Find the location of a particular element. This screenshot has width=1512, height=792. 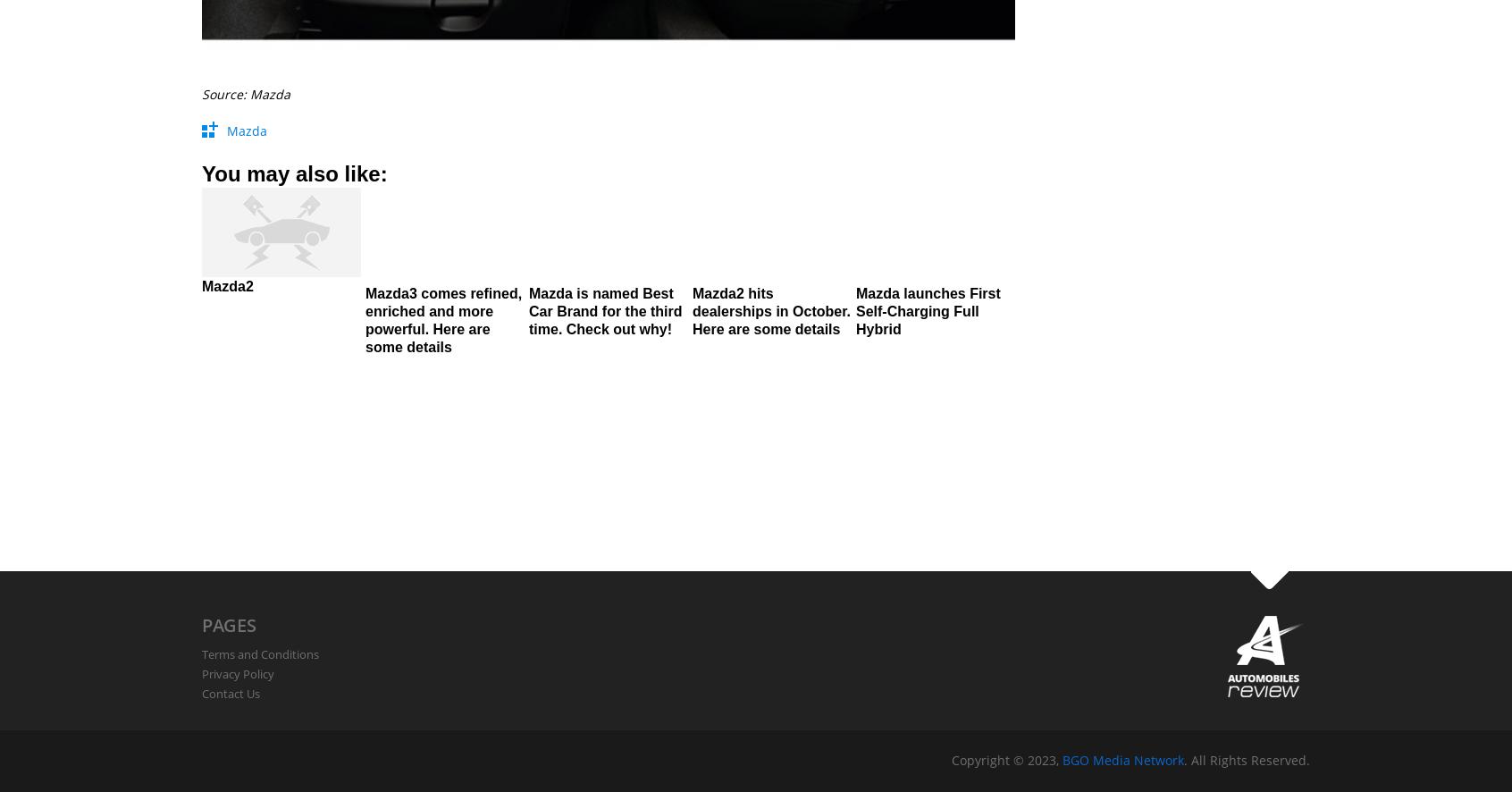

'Privacy Policy' is located at coordinates (238, 673).